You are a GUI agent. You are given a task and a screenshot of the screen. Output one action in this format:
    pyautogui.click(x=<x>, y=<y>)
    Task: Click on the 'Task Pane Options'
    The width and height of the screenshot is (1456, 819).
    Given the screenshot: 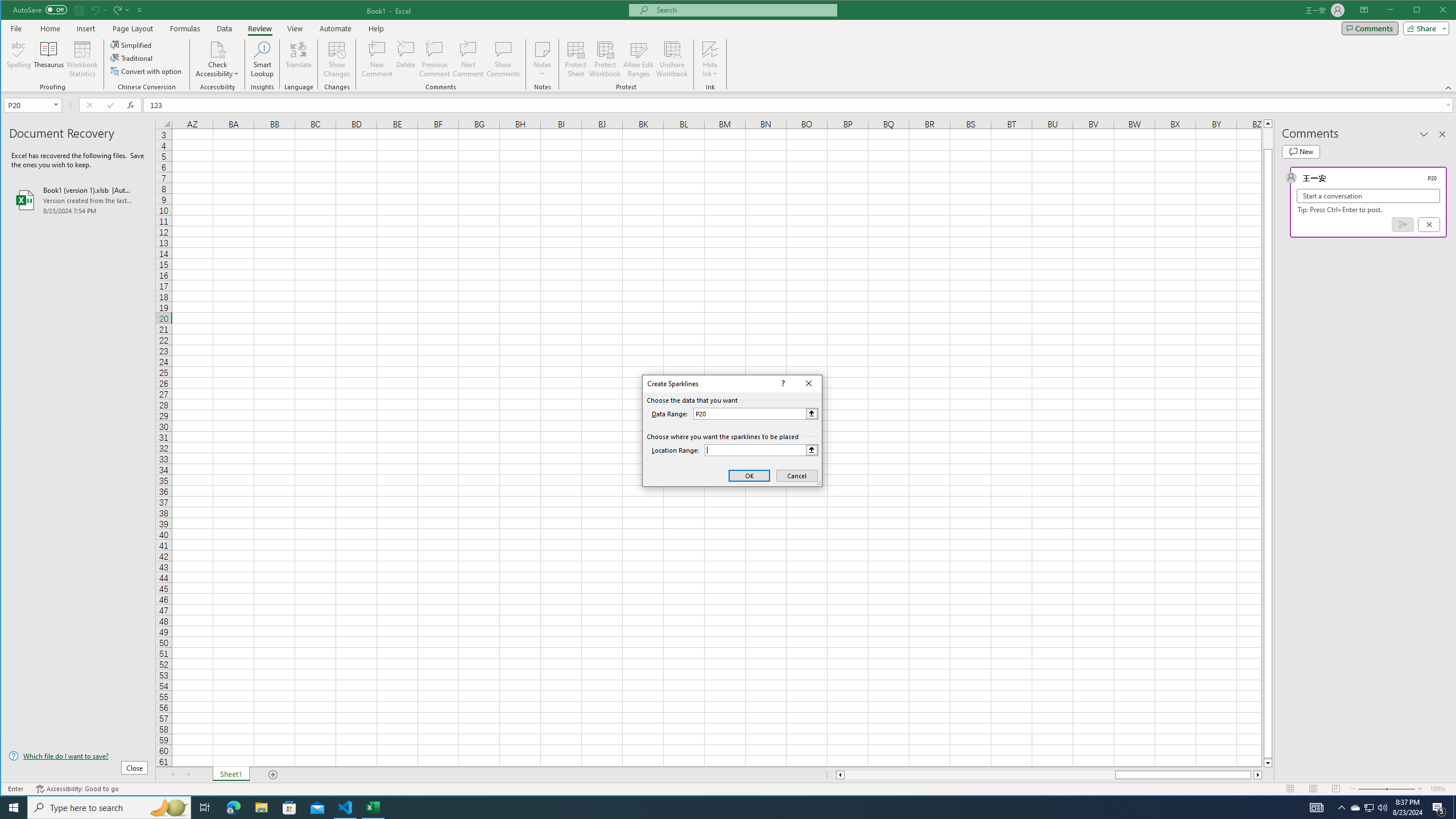 What is the action you would take?
    pyautogui.click(x=1423, y=134)
    